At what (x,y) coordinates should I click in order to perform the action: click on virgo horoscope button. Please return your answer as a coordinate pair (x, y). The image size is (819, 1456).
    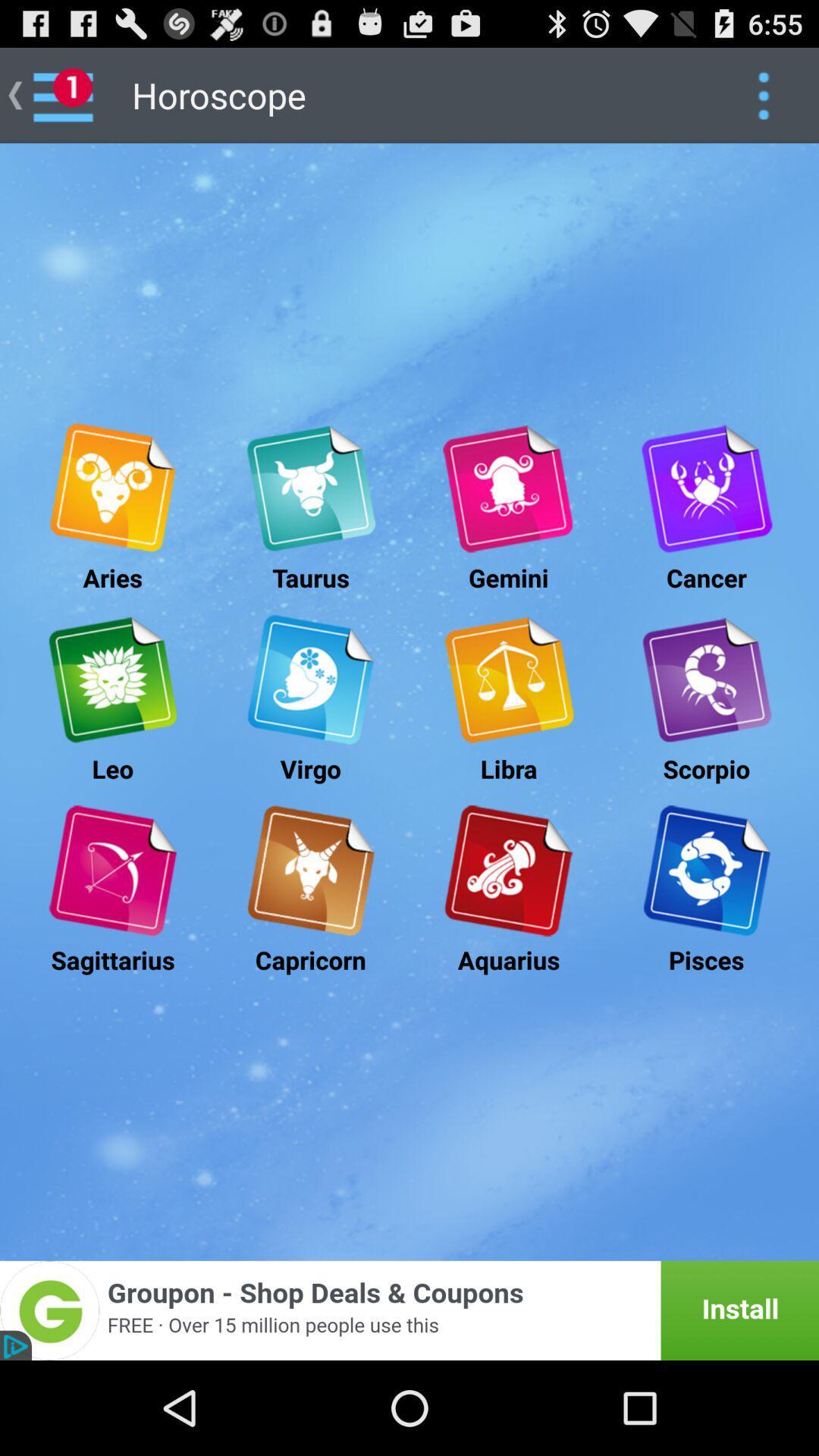
    Looking at the image, I should click on (309, 679).